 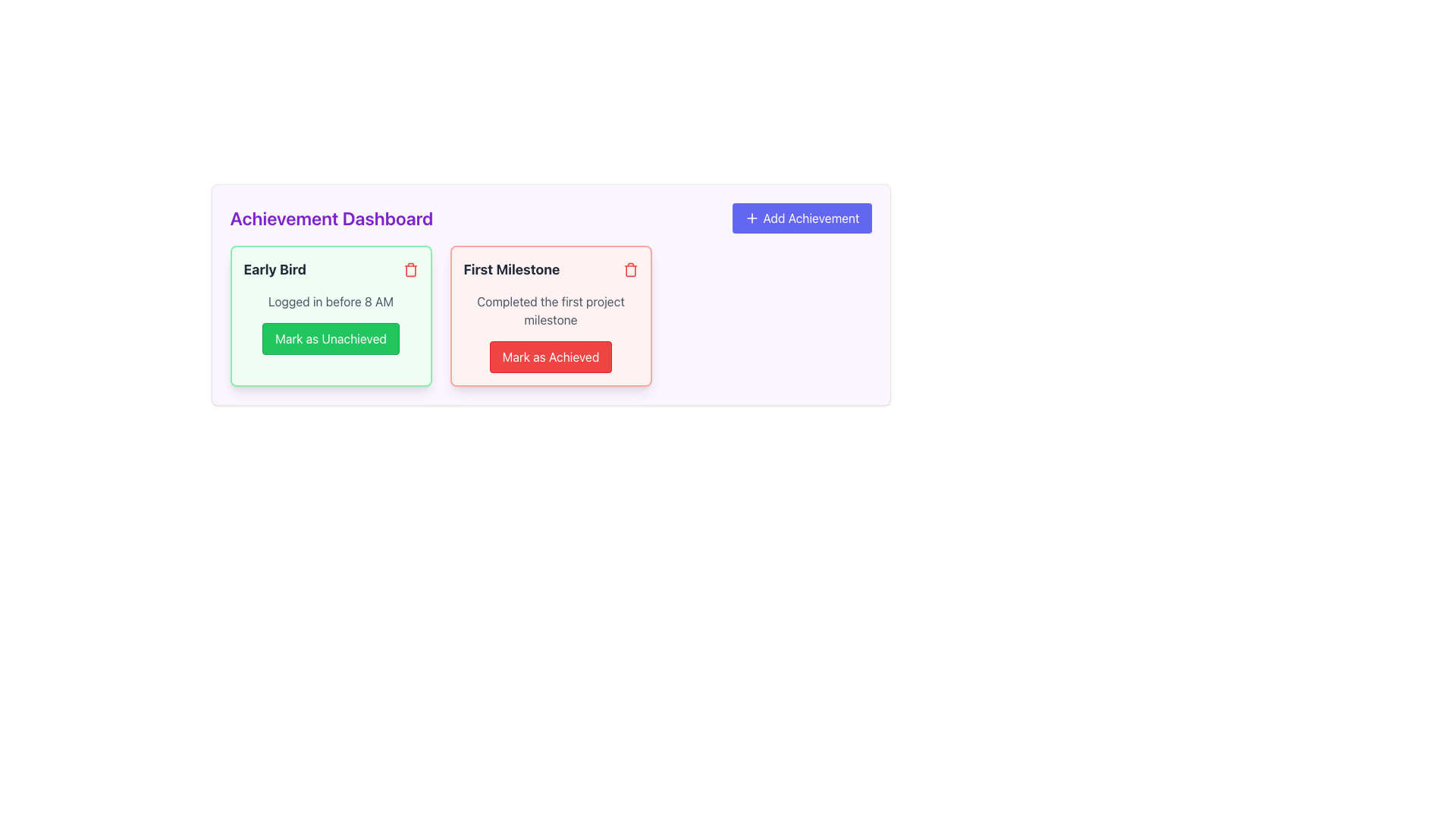 What do you see at coordinates (550, 268) in the screenshot?
I see `the Text label that serves as a title for the 'First Milestone' card in the 'Achievement Dashboard' interface` at bounding box center [550, 268].